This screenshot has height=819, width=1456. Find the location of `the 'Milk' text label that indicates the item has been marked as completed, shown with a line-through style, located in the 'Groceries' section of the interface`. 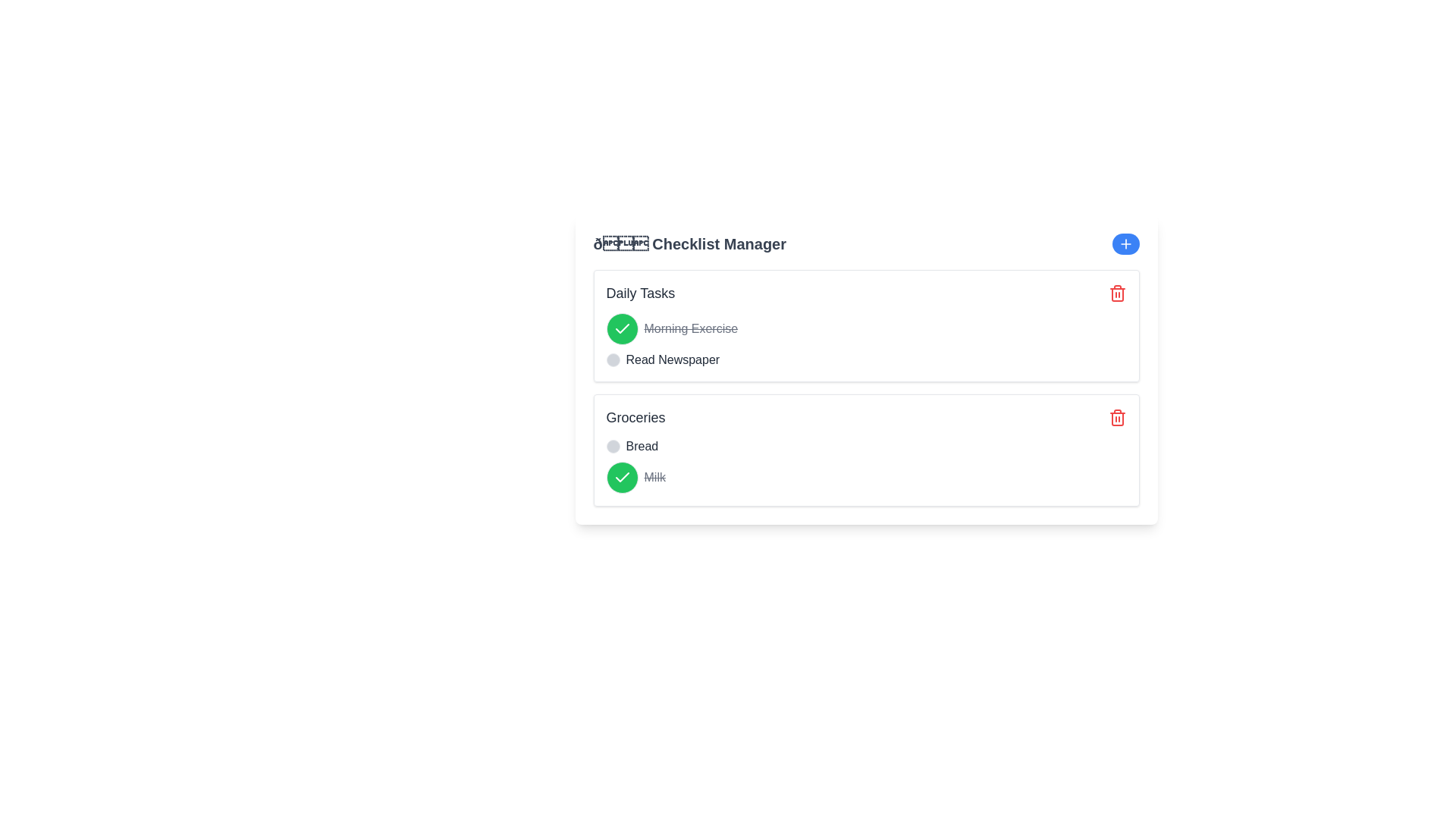

the 'Milk' text label that indicates the item has been marked as completed, shown with a line-through style, located in the 'Groceries' section of the interface is located at coordinates (654, 476).